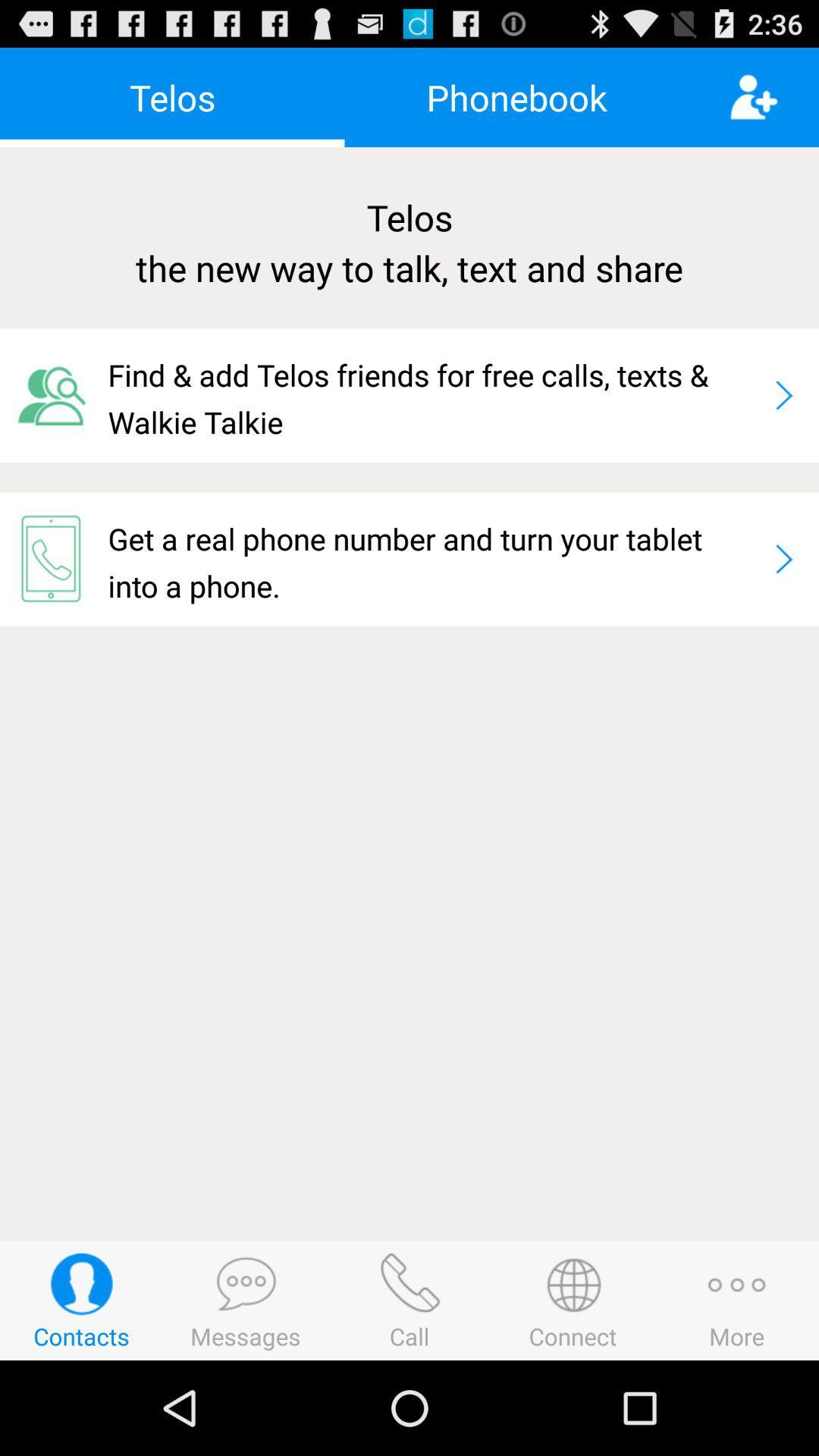 Image resolution: width=819 pixels, height=1456 pixels. I want to click on the item above find add telos icon, so click(409, 243).